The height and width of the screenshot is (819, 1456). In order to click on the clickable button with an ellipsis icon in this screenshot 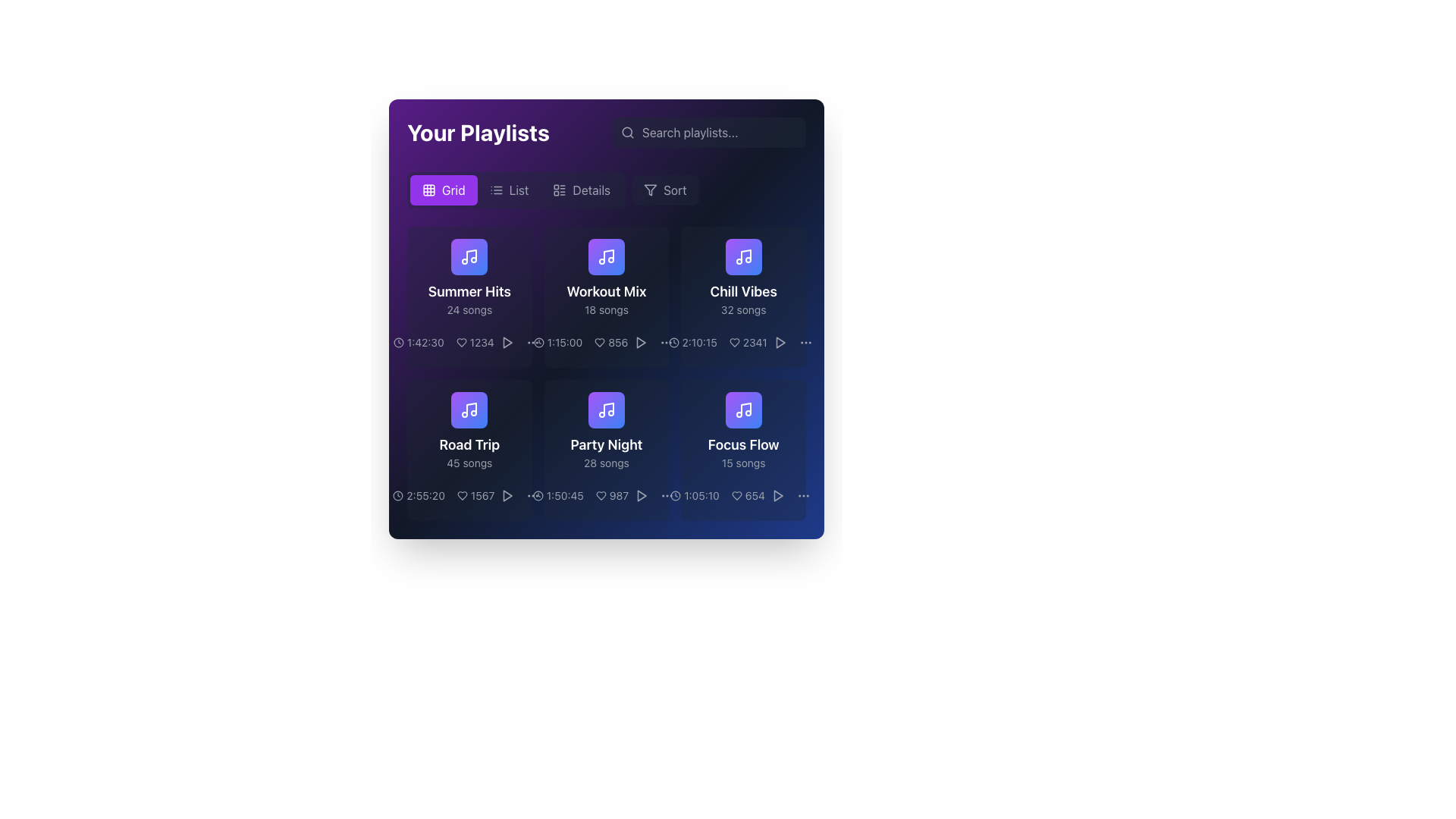, I will do `click(805, 342)`.